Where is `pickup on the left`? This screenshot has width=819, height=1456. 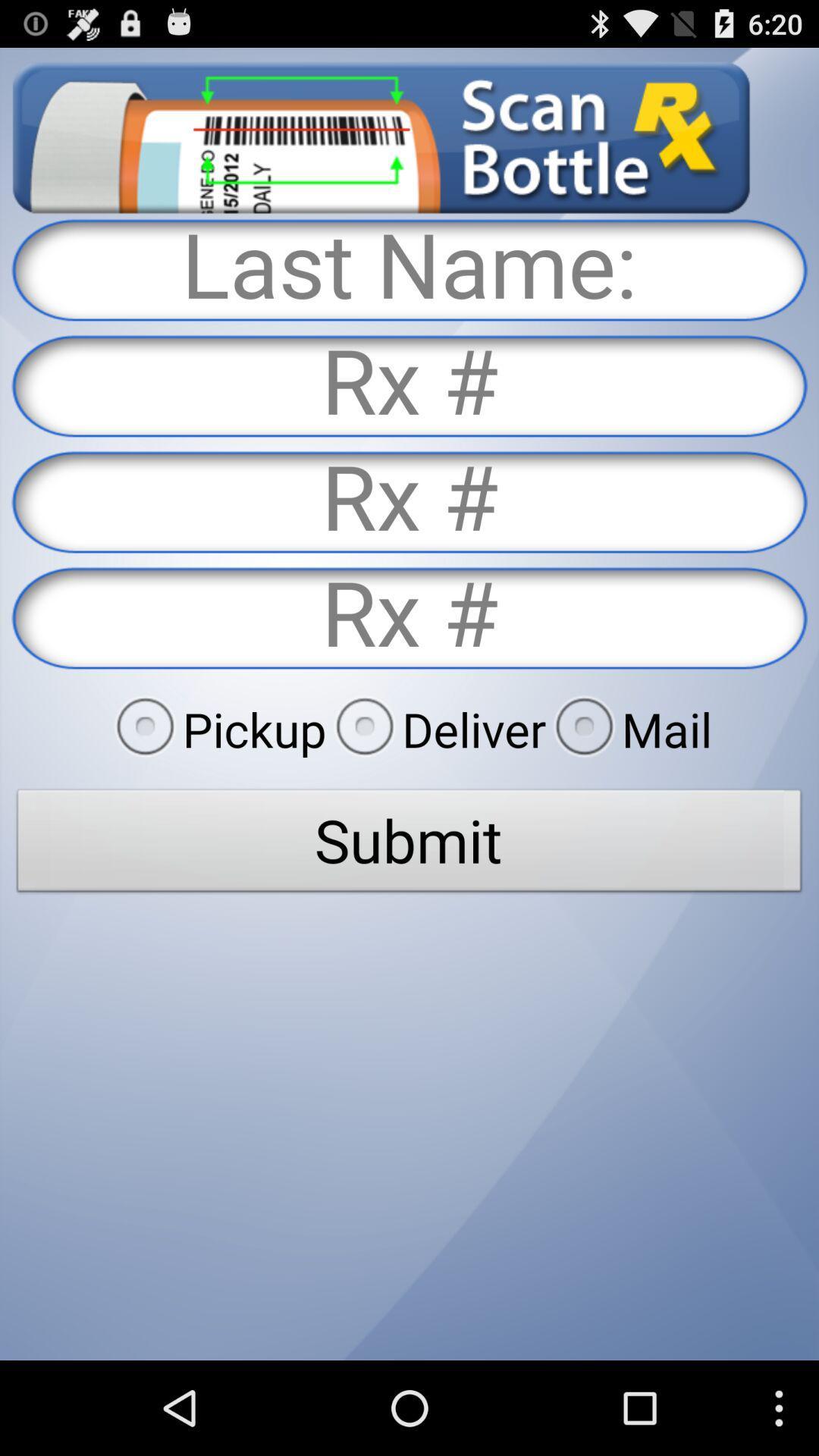
pickup on the left is located at coordinates (216, 729).